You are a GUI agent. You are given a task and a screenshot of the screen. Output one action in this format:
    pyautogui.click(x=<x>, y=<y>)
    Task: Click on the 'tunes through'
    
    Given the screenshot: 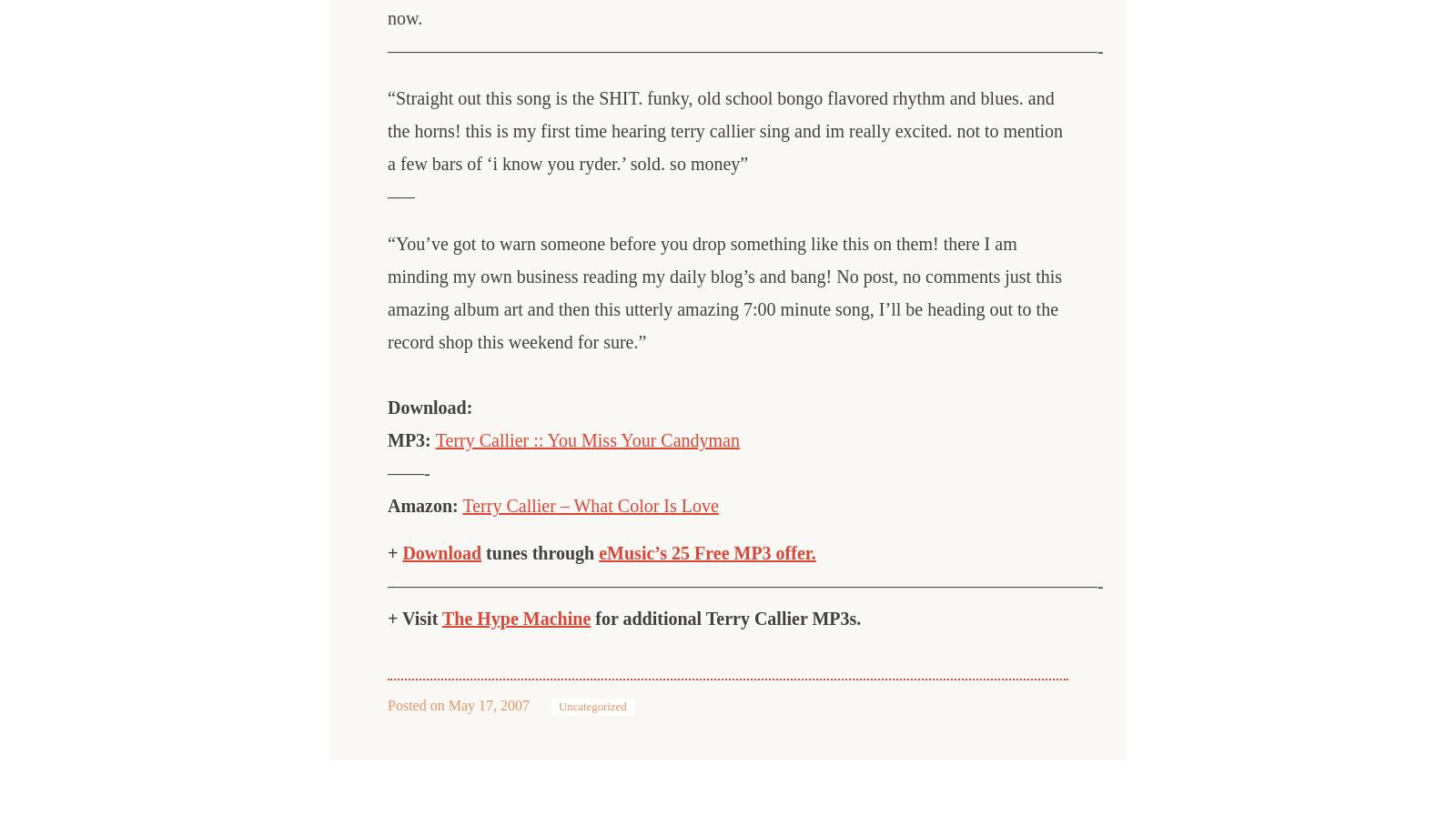 What is the action you would take?
    pyautogui.click(x=537, y=551)
    